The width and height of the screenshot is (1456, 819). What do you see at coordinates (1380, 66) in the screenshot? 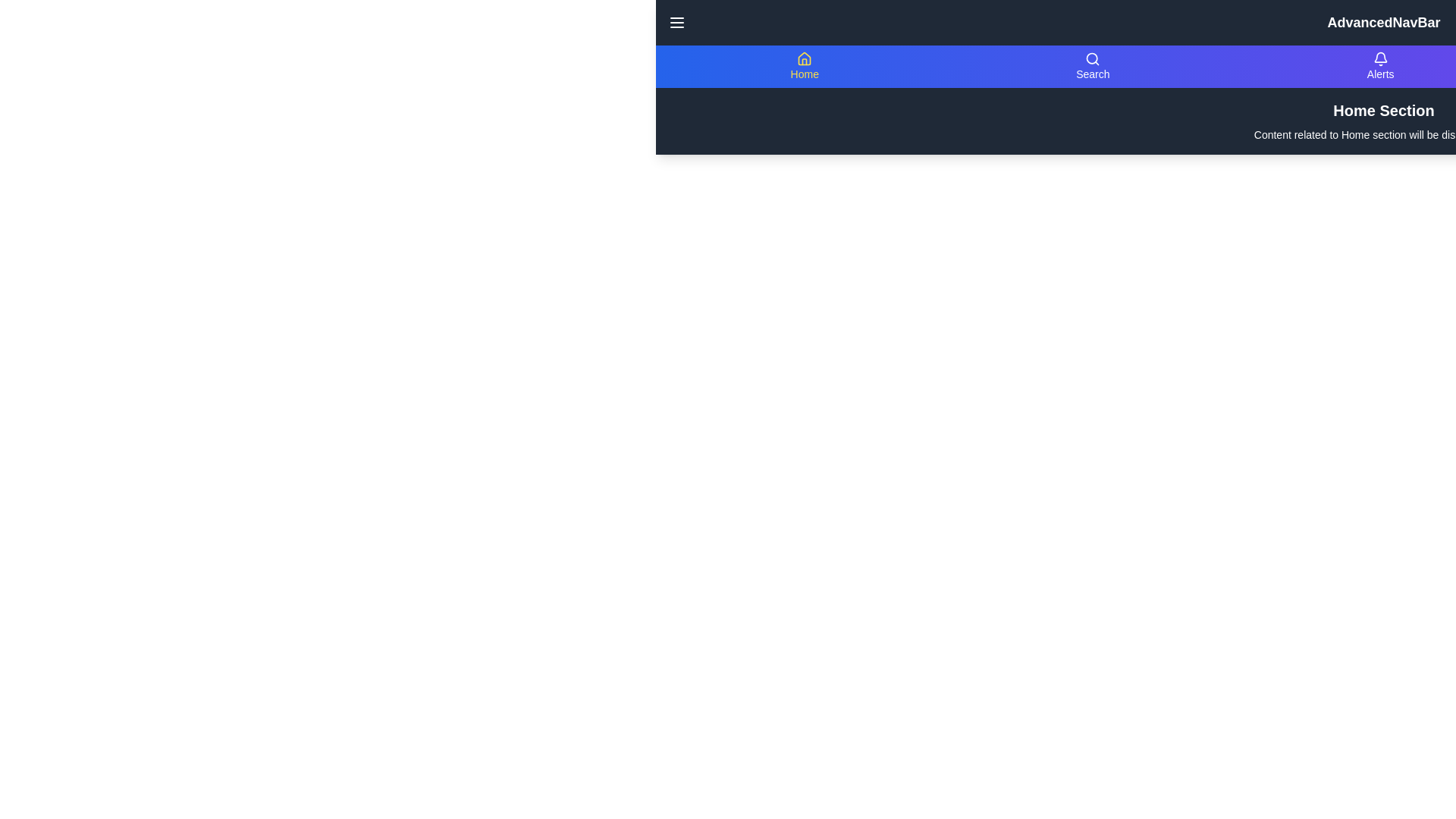
I see `the navigation item labeled Alerts to view its content` at bounding box center [1380, 66].